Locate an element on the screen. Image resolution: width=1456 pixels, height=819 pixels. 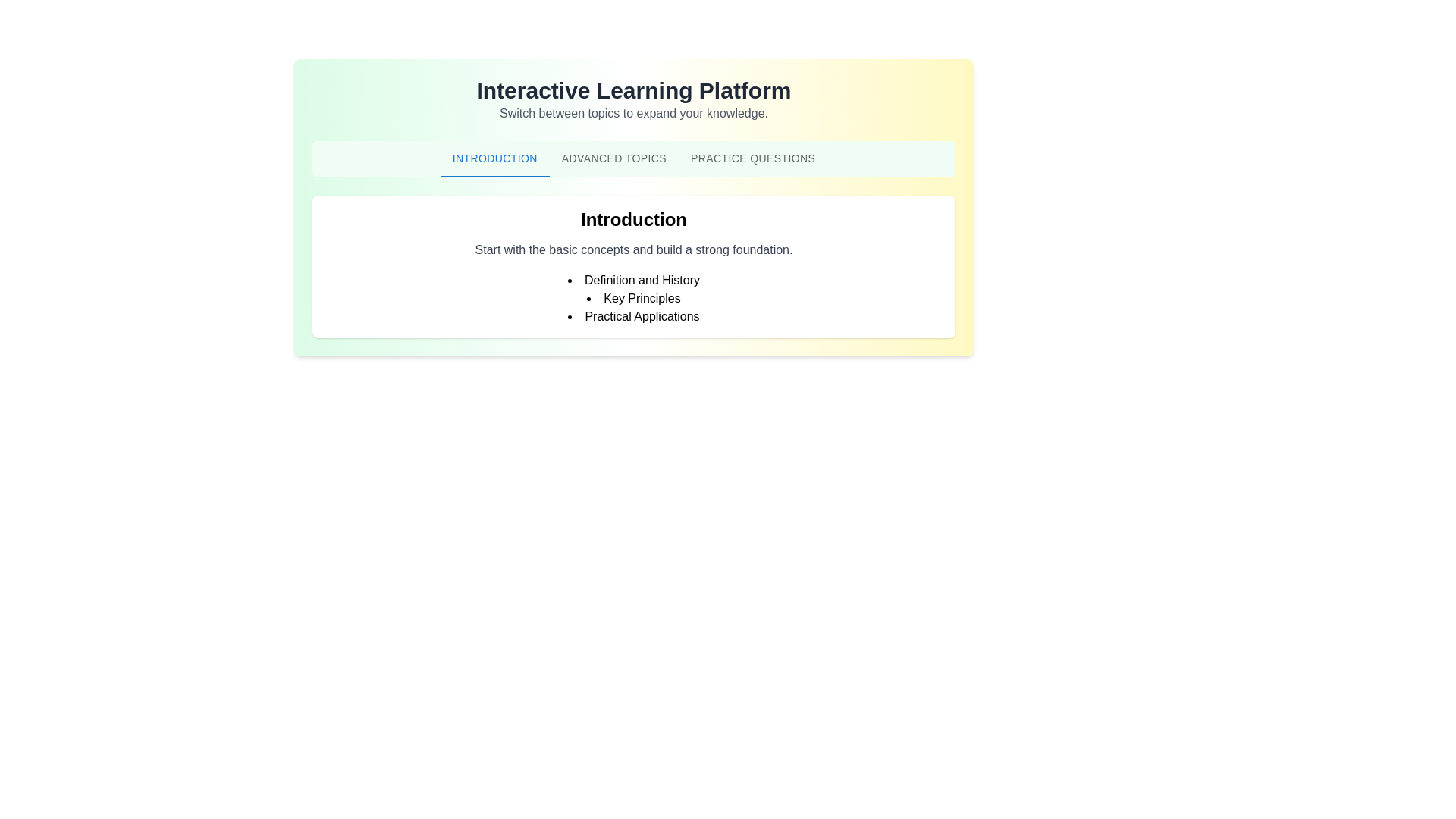
the 'Advanced Topics' tab, which is the second tab in a list of three tabs is located at coordinates (613, 158).